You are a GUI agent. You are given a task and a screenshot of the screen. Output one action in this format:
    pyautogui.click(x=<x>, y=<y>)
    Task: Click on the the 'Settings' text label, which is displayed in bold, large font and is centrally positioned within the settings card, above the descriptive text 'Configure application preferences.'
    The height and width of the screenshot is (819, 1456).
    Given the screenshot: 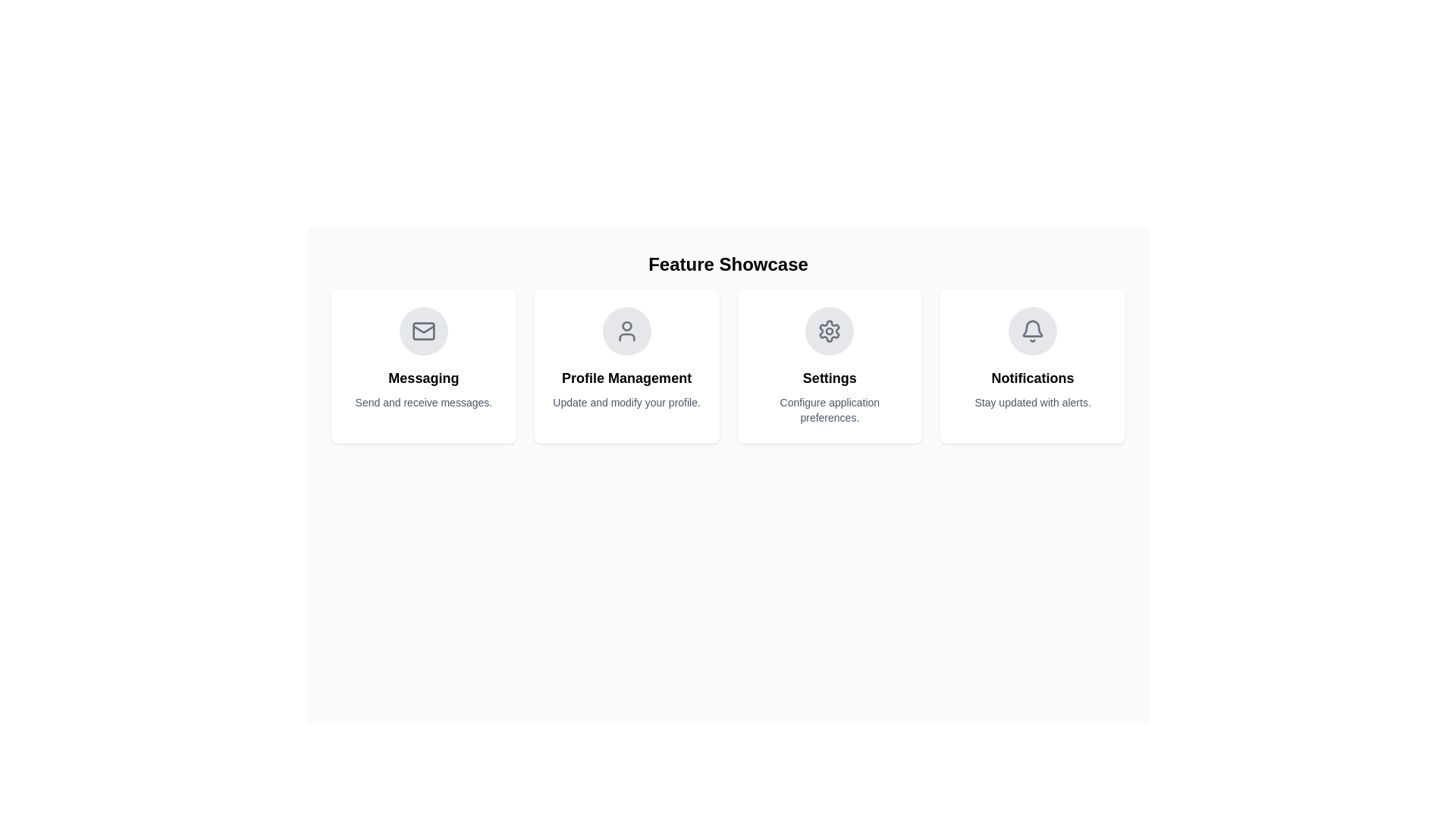 What is the action you would take?
    pyautogui.click(x=829, y=377)
    